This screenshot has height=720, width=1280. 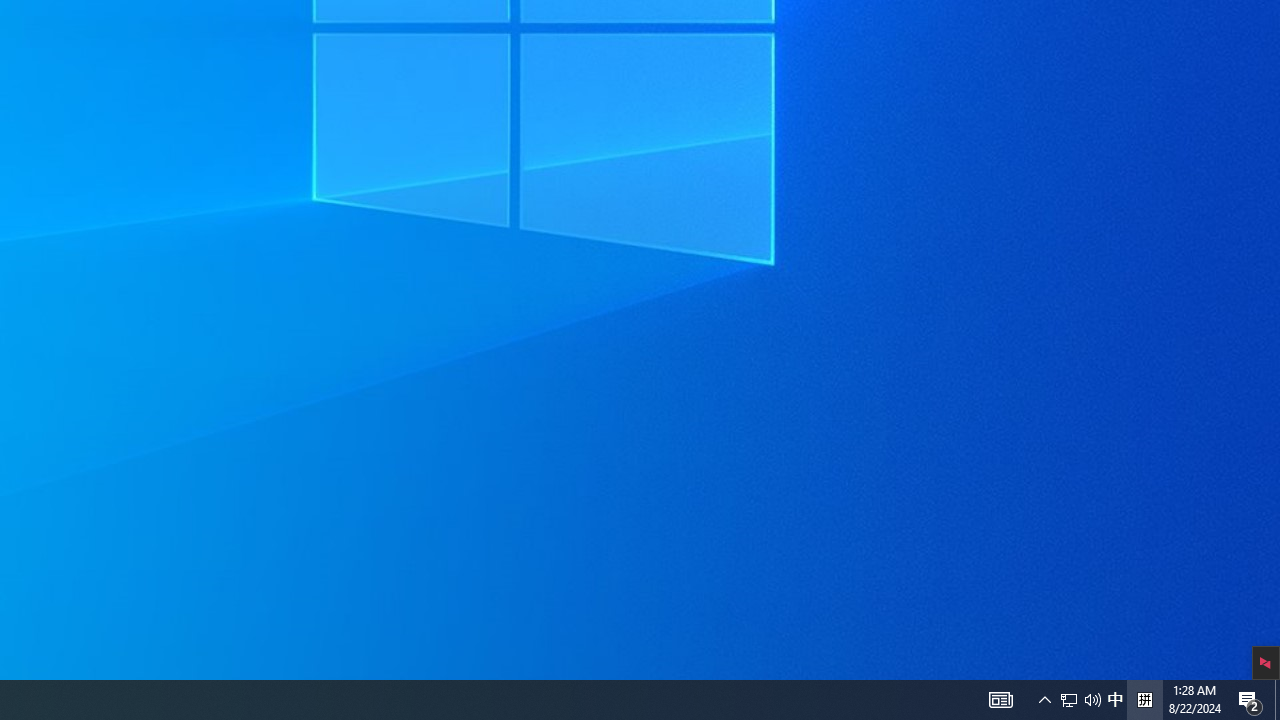 I want to click on 'Tray Input Indicator - Chinese (Simplified, China)', so click(x=1144, y=698).